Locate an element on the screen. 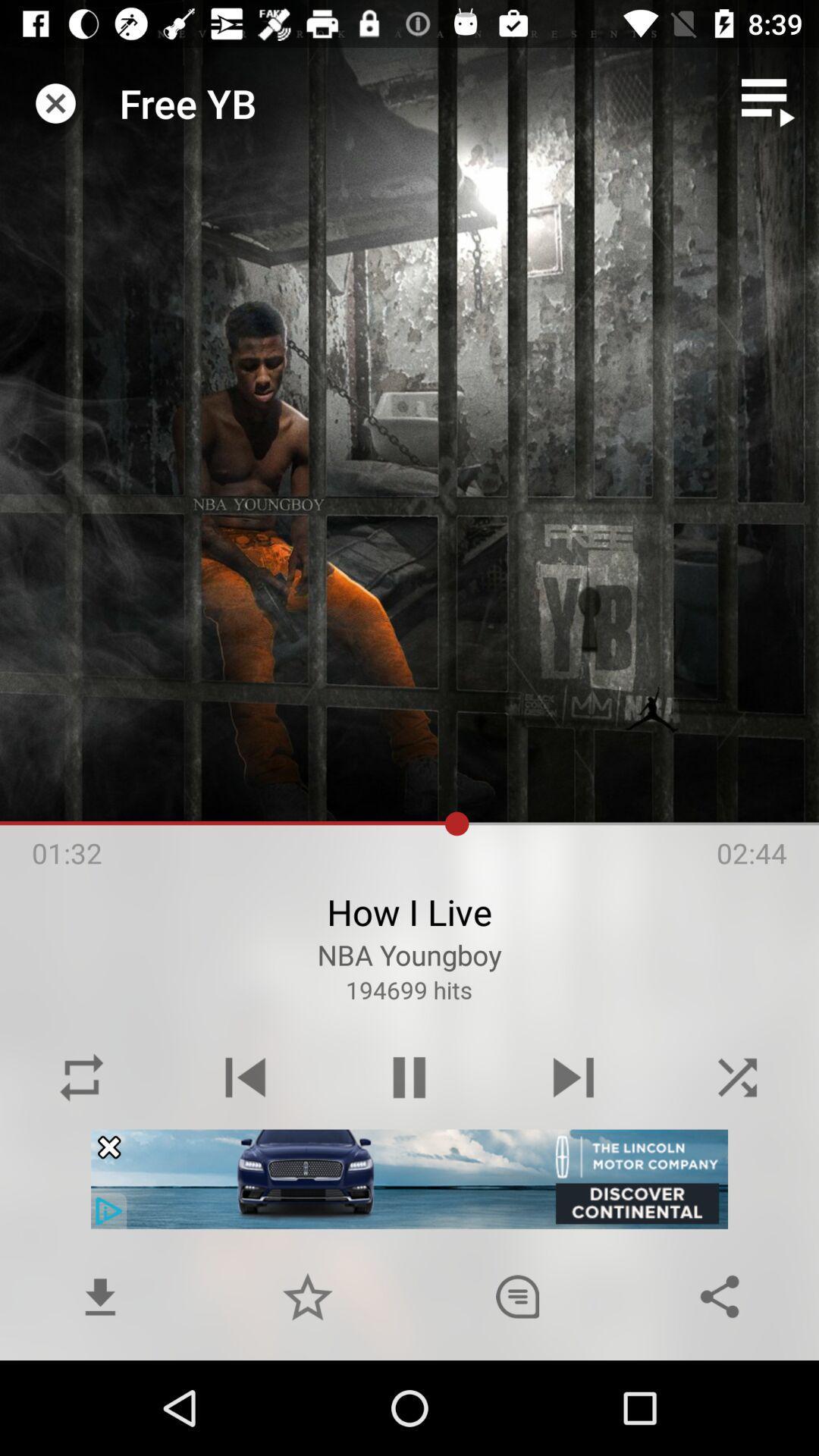 The width and height of the screenshot is (819, 1456). the skip_previous icon is located at coordinates (245, 1077).